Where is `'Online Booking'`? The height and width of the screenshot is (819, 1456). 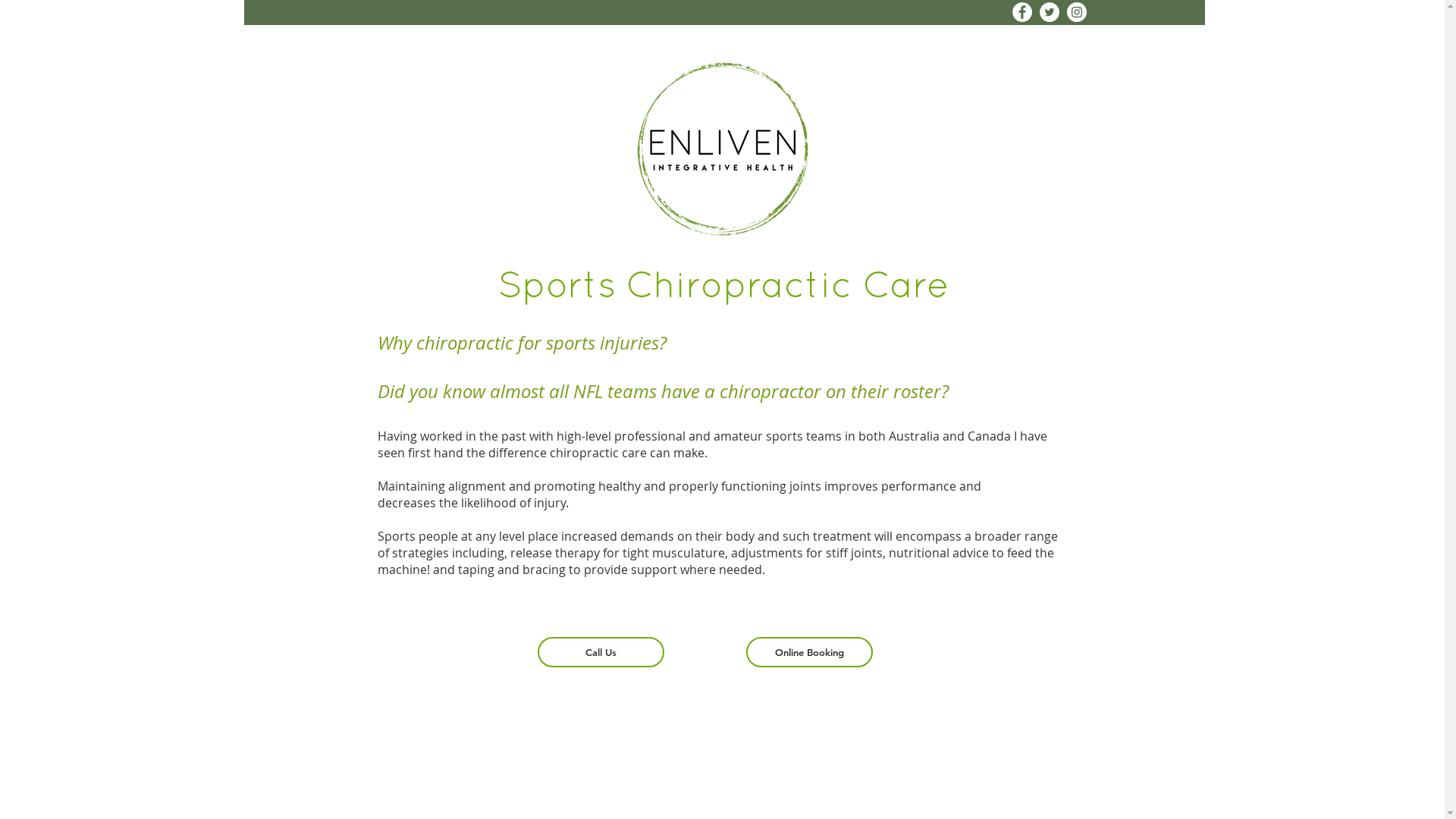 'Online Booking' is located at coordinates (808, 651).